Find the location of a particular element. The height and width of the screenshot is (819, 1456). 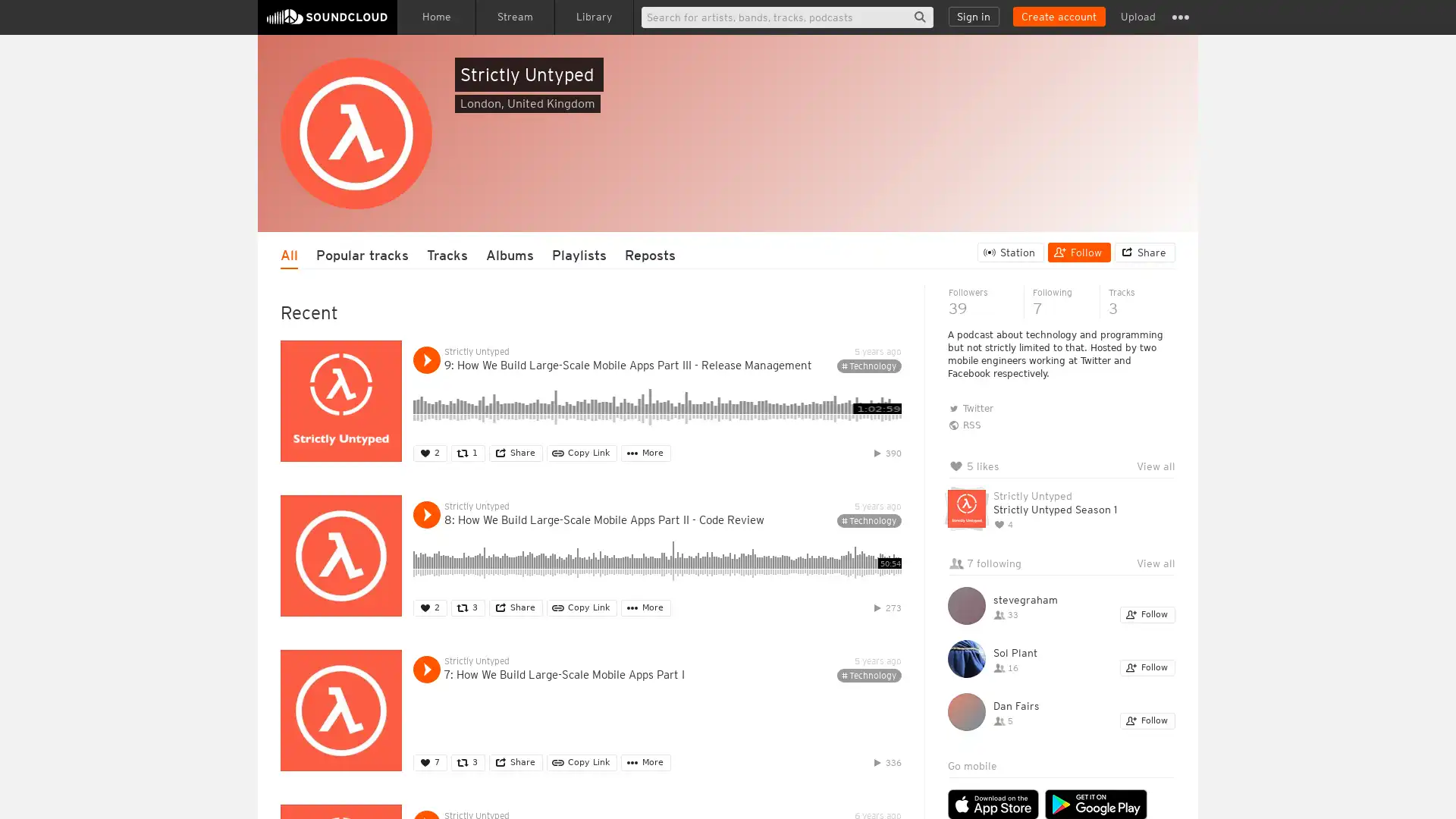

Follow is located at coordinates (1147, 667).